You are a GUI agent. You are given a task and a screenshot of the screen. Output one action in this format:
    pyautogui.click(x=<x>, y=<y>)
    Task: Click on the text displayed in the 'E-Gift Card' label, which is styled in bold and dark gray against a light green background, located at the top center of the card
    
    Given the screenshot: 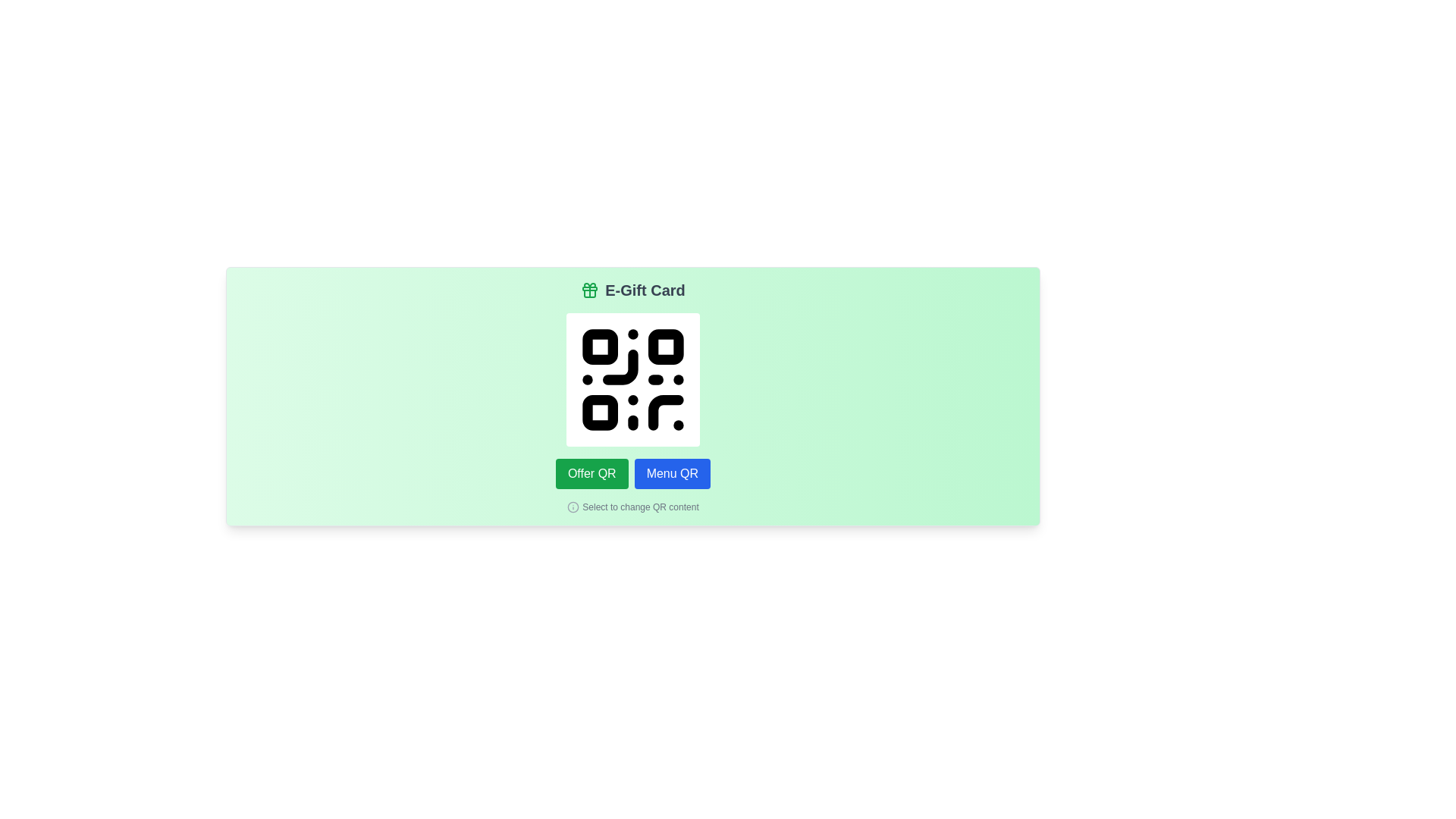 What is the action you would take?
    pyautogui.click(x=645, y=290)
    